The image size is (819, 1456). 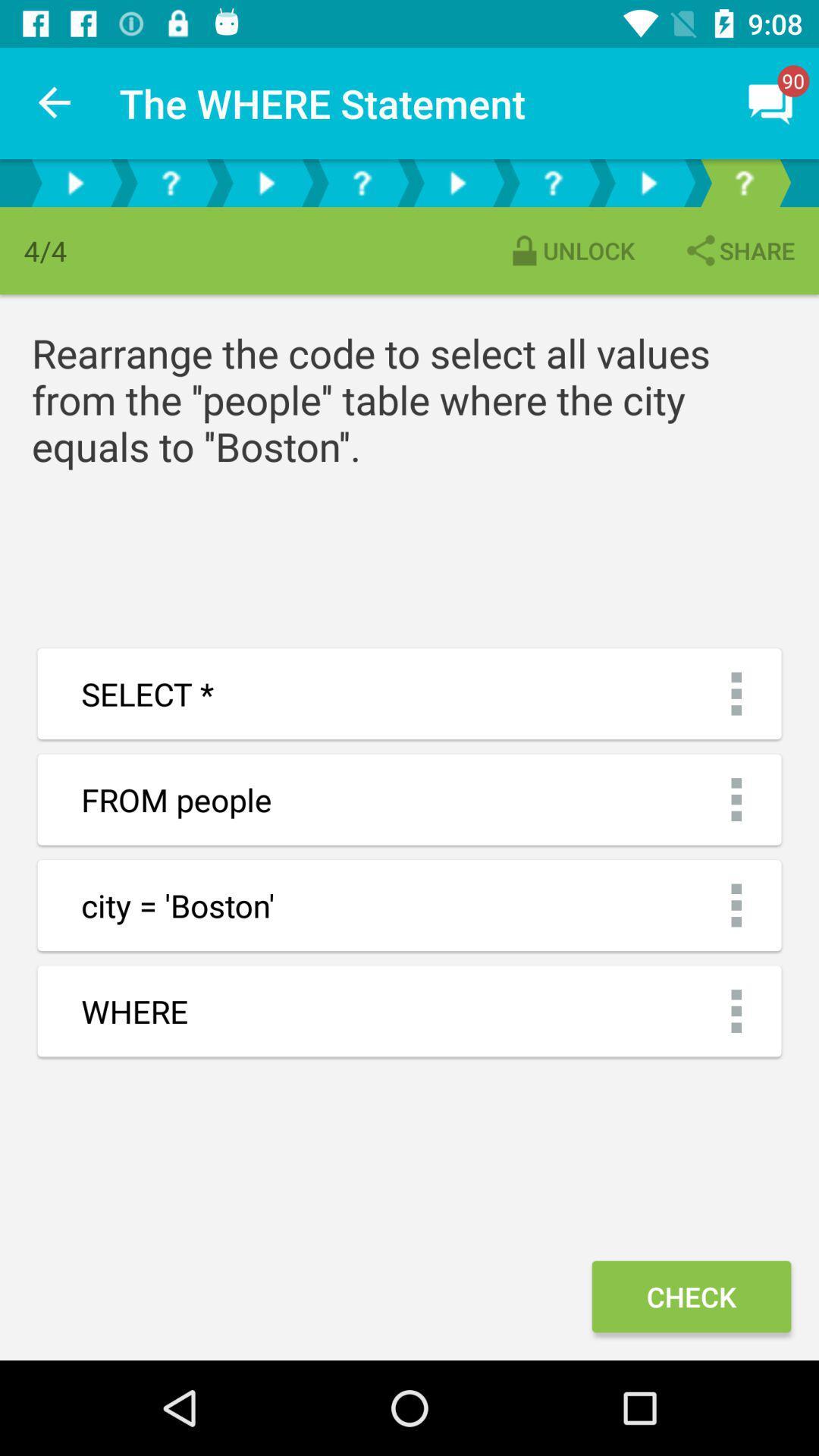 What do you see at coordinates (456, 182) in the screenshot?
I see `the play icon` at bounding box center [456, 182].